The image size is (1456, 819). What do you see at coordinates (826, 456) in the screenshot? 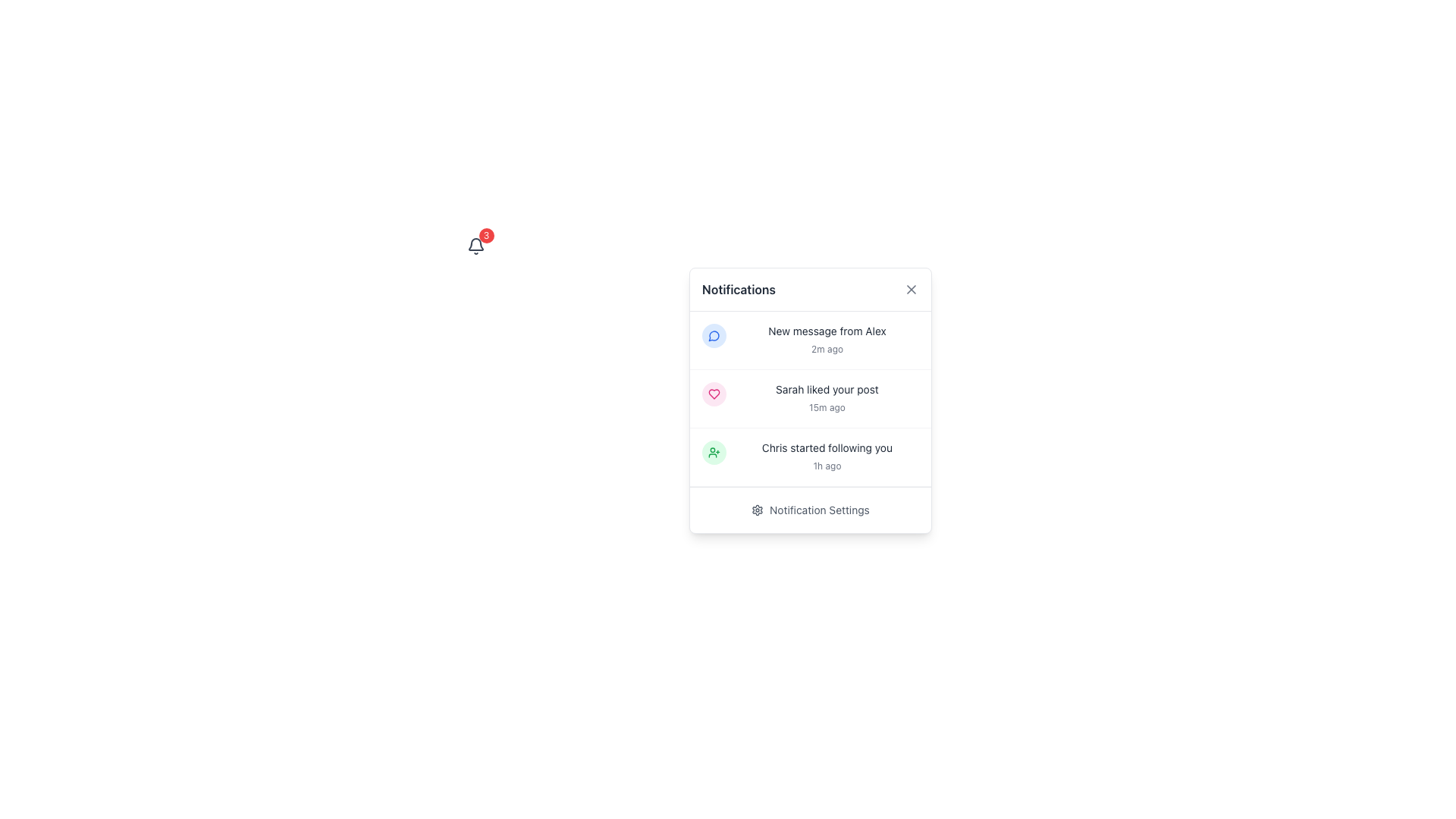
I see `notification text that indicates 'Chris' started to follow the user, positioned as the third item in the notification list` at bounding box center [826, 456].